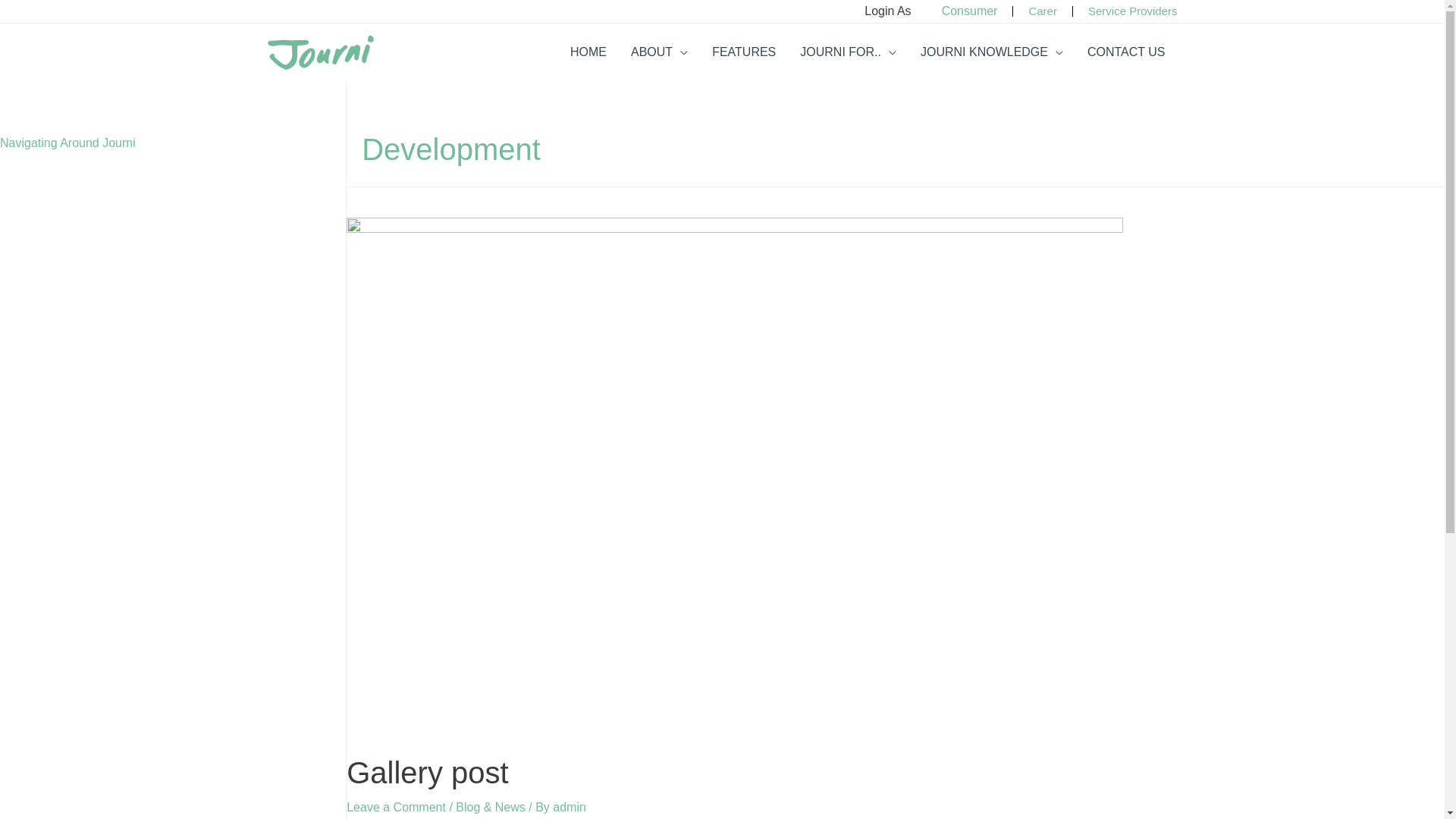 The image size is (1456, 819). I want to click on 'Leave a Comment', so click(396, 806).